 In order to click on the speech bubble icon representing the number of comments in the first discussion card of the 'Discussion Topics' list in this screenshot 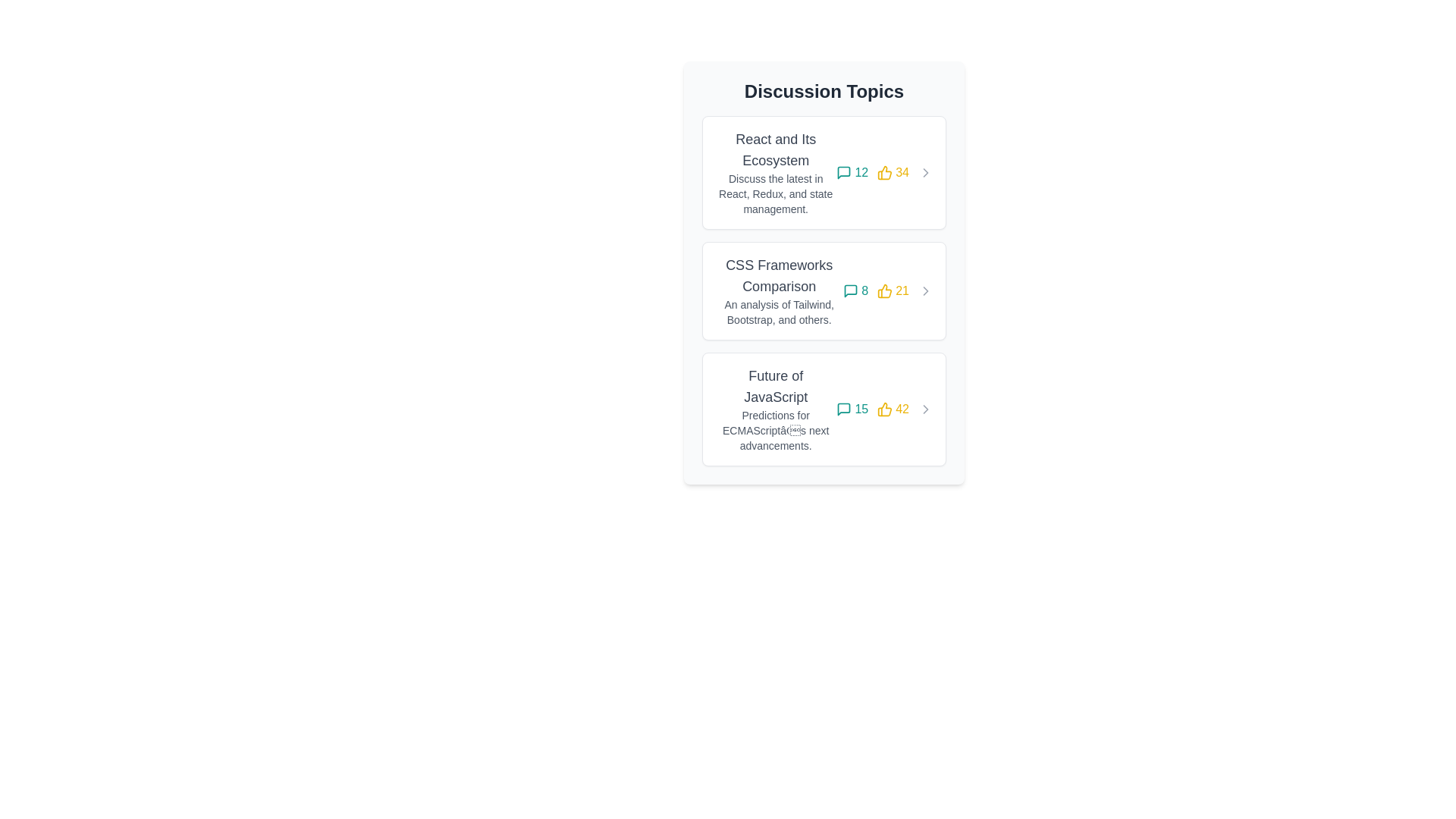, I will do `click(843, 171)`.